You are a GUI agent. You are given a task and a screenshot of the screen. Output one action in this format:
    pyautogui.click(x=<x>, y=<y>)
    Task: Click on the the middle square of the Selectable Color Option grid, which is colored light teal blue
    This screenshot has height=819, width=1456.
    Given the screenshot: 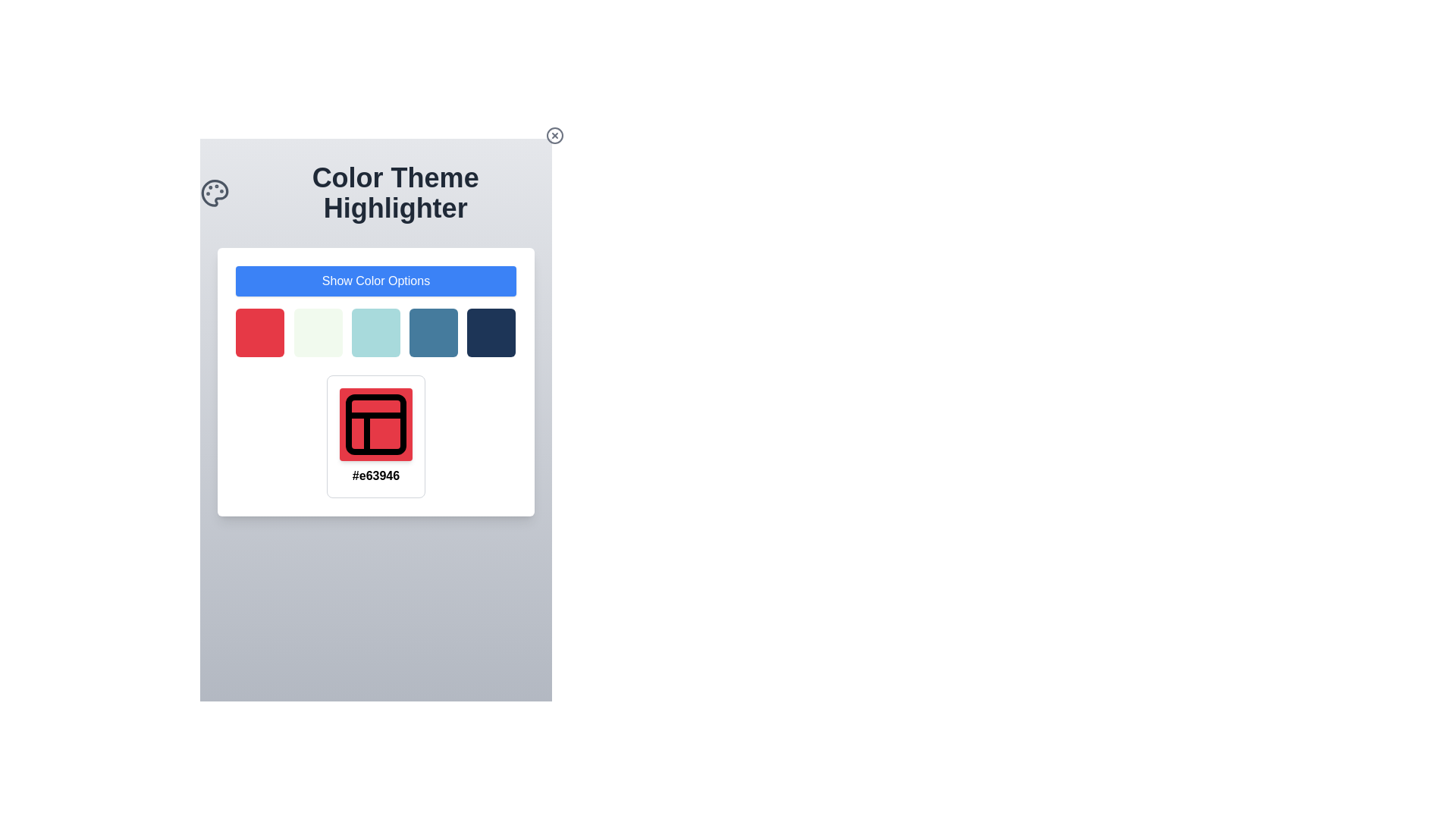 What is the action you would take?
    pyautogui.click(x=375, y=332)
    